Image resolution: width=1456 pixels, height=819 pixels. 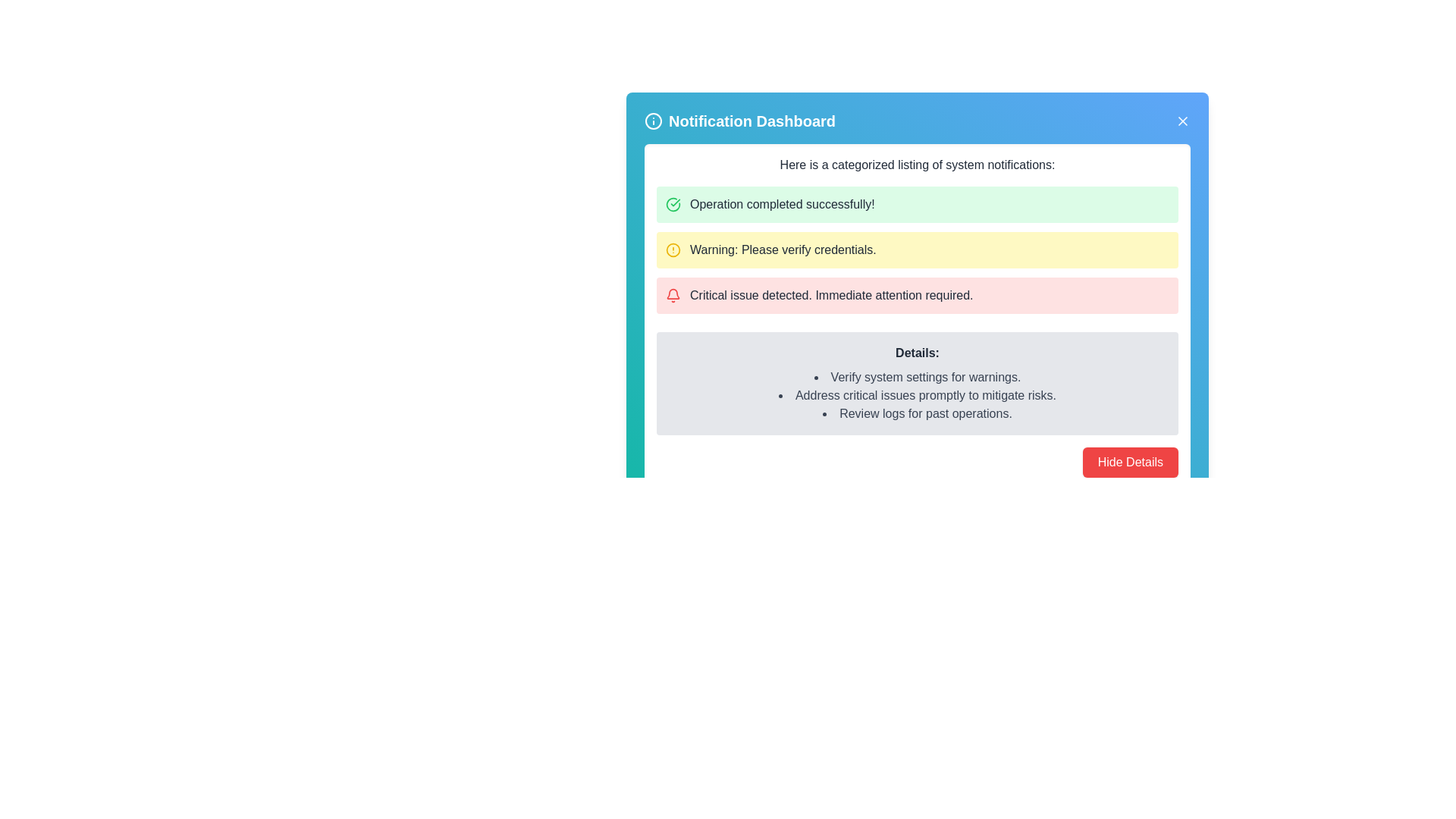 What do you see at coordinates (739, 120) in the screenshot?
I see `the 'Notification Dashboard' label, which is styled in a prominent white font and located near the top center of the interface with a blue background` at bounding box center [739, 120].